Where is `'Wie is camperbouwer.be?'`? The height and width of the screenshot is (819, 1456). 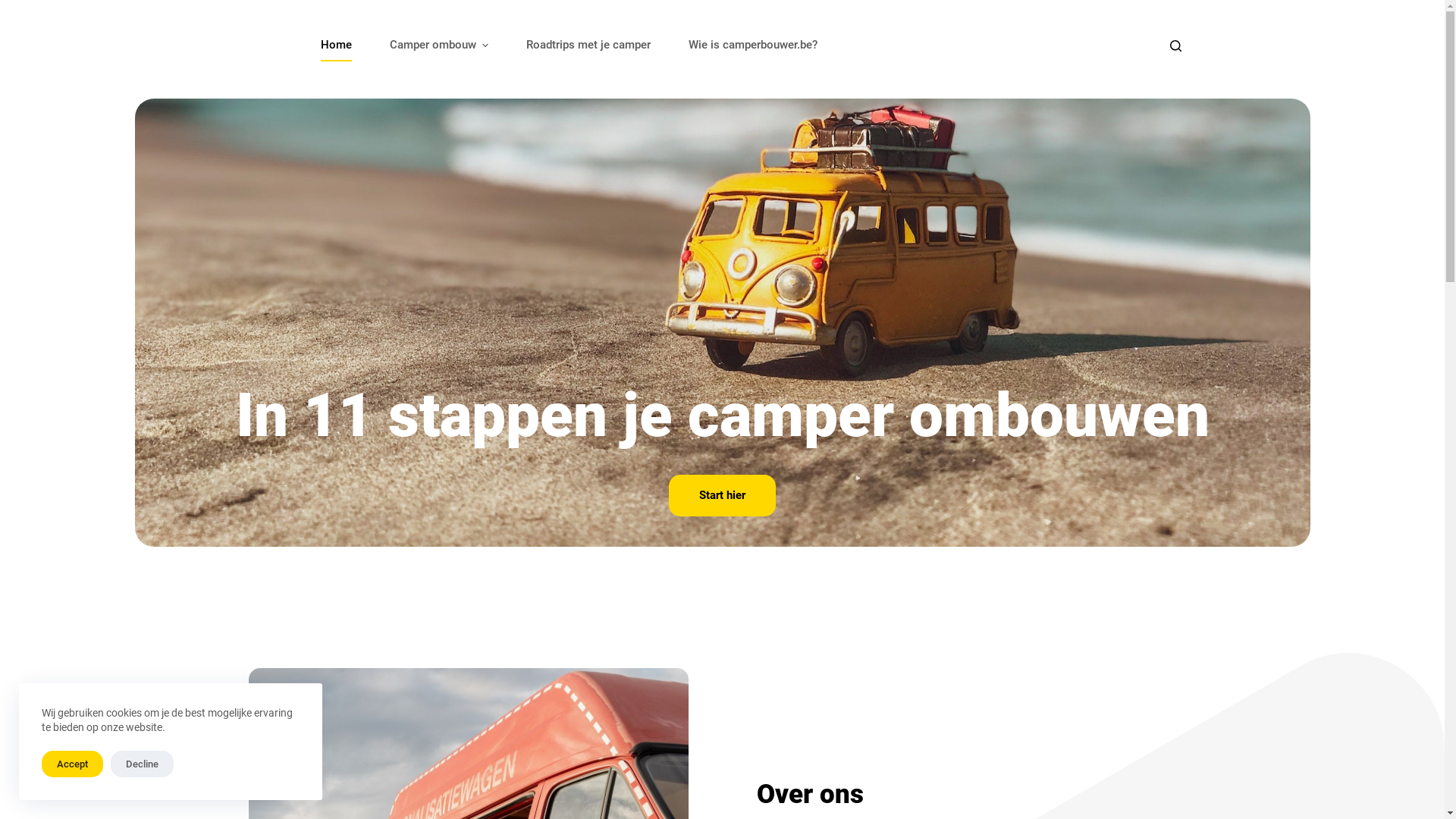 'Wie is camperbouwer.be?' is located at coordinates (752, 45).